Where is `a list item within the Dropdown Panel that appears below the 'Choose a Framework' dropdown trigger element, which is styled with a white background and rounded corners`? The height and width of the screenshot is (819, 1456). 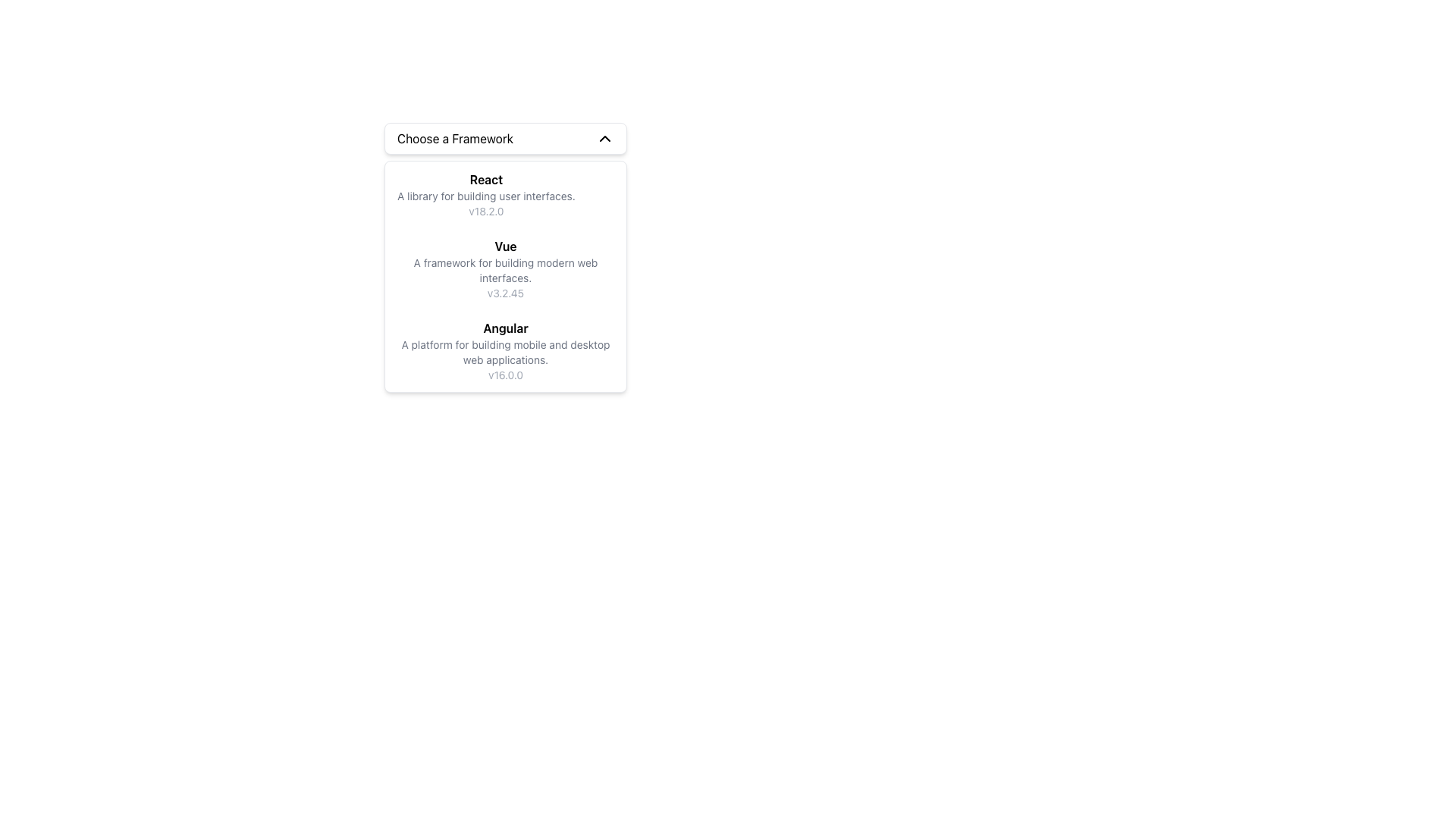
a list item within the Dropdown Panel that appears below the 'Choose a Framework' dropdown trigger element, which is styled with a white background and rounded corners is located at coordinates (506, 277).